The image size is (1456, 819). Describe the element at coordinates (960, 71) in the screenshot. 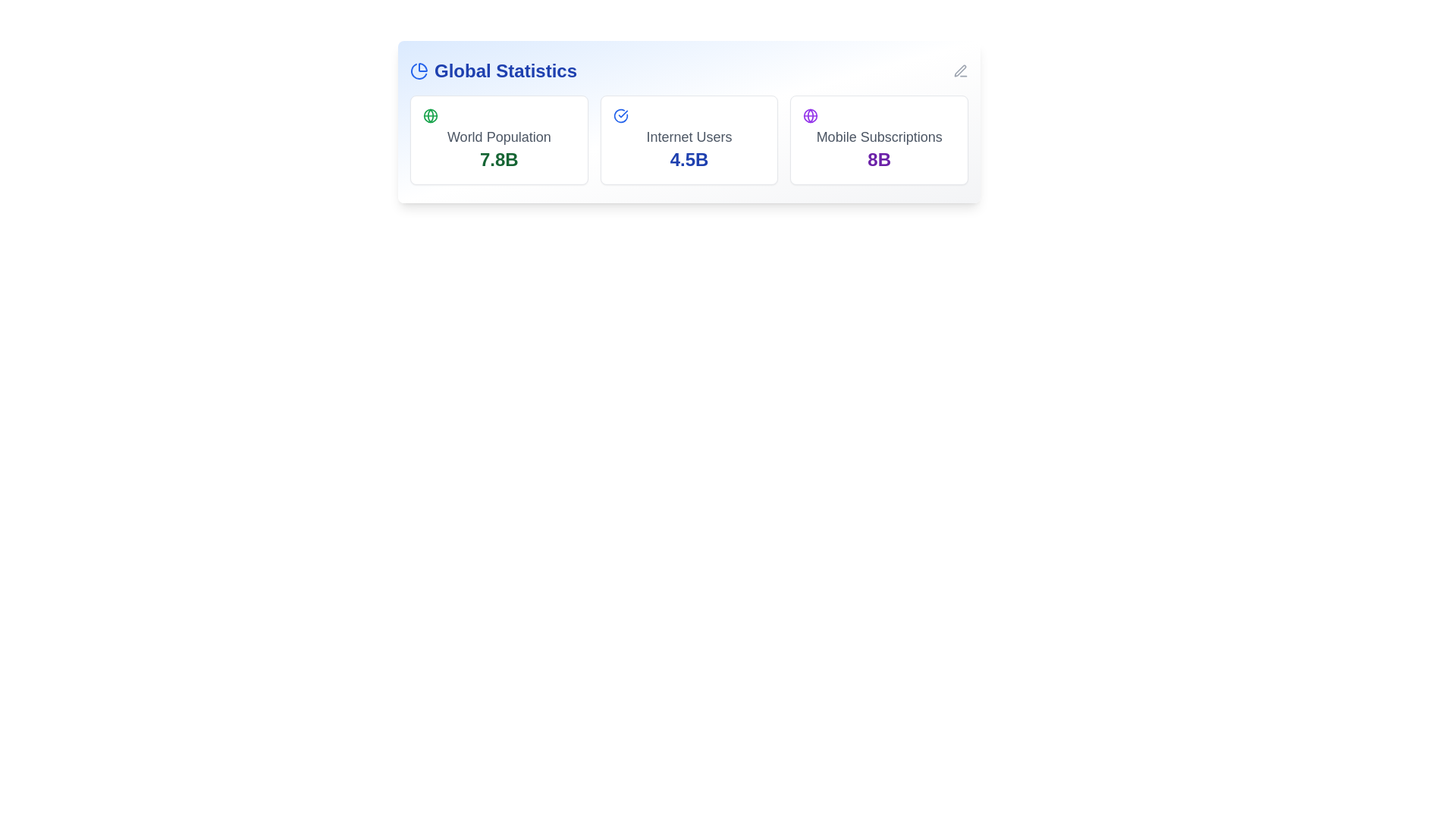

I see `the pen-like icon located at the far right end of the 'Global Statistics' header to initiate editing` at that location.